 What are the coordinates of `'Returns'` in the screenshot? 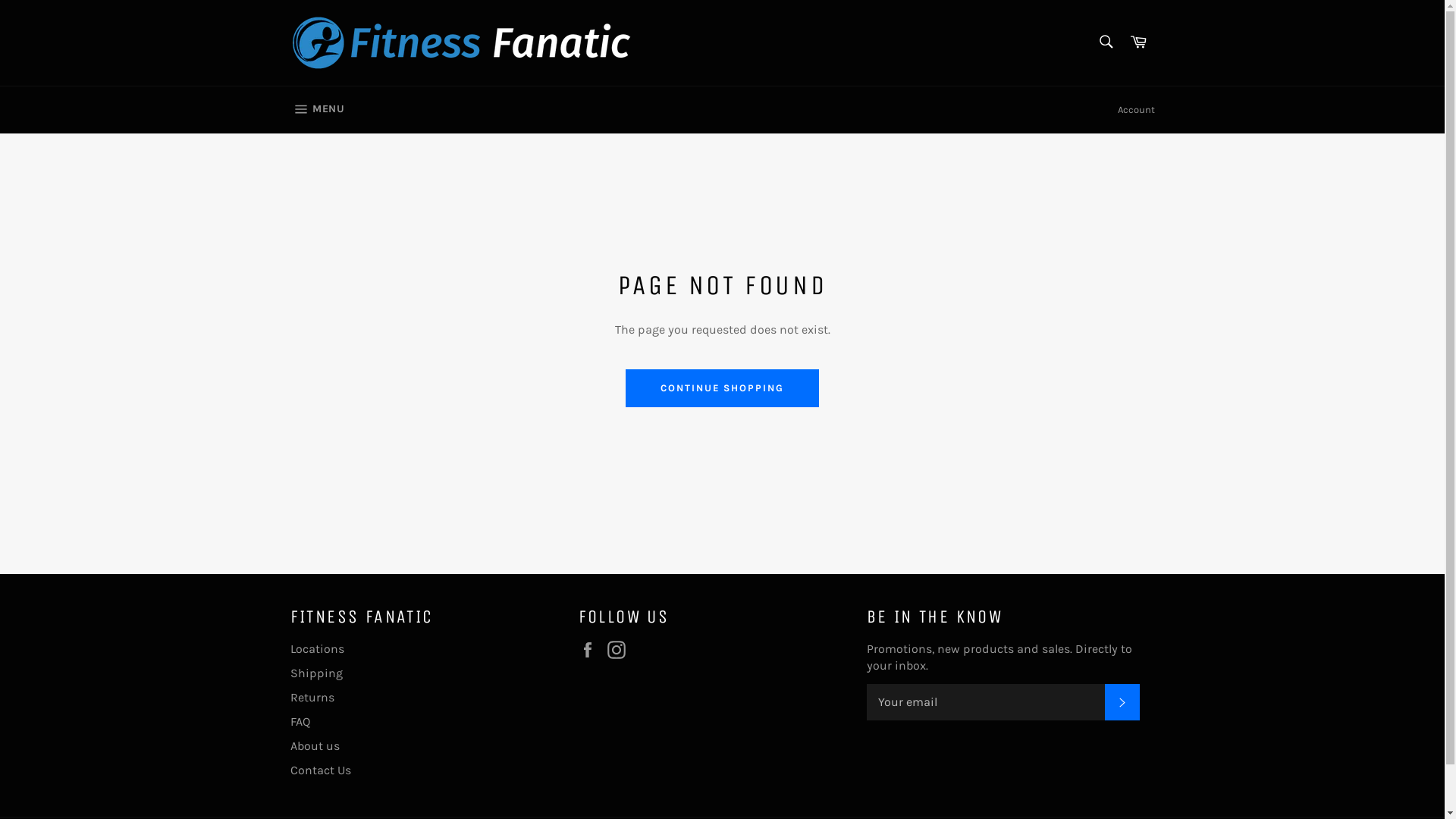 It's located at (311, 697).